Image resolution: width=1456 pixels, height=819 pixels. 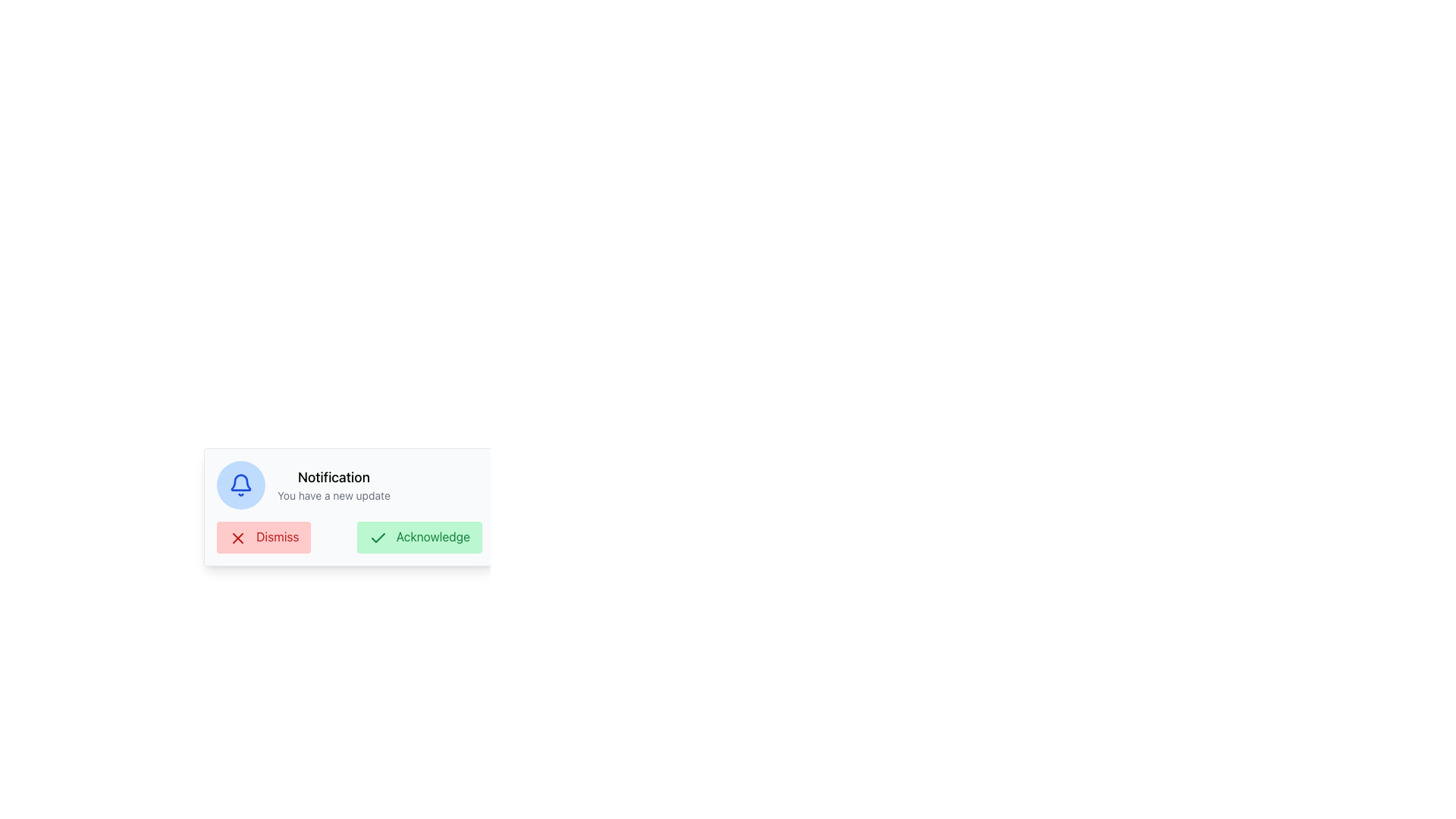 What do you see at coordinates (237, 537) in the screenshot?
I see `the dismiss icon located in the lower-left section of the dialog box` at bounding box center [237, 537].